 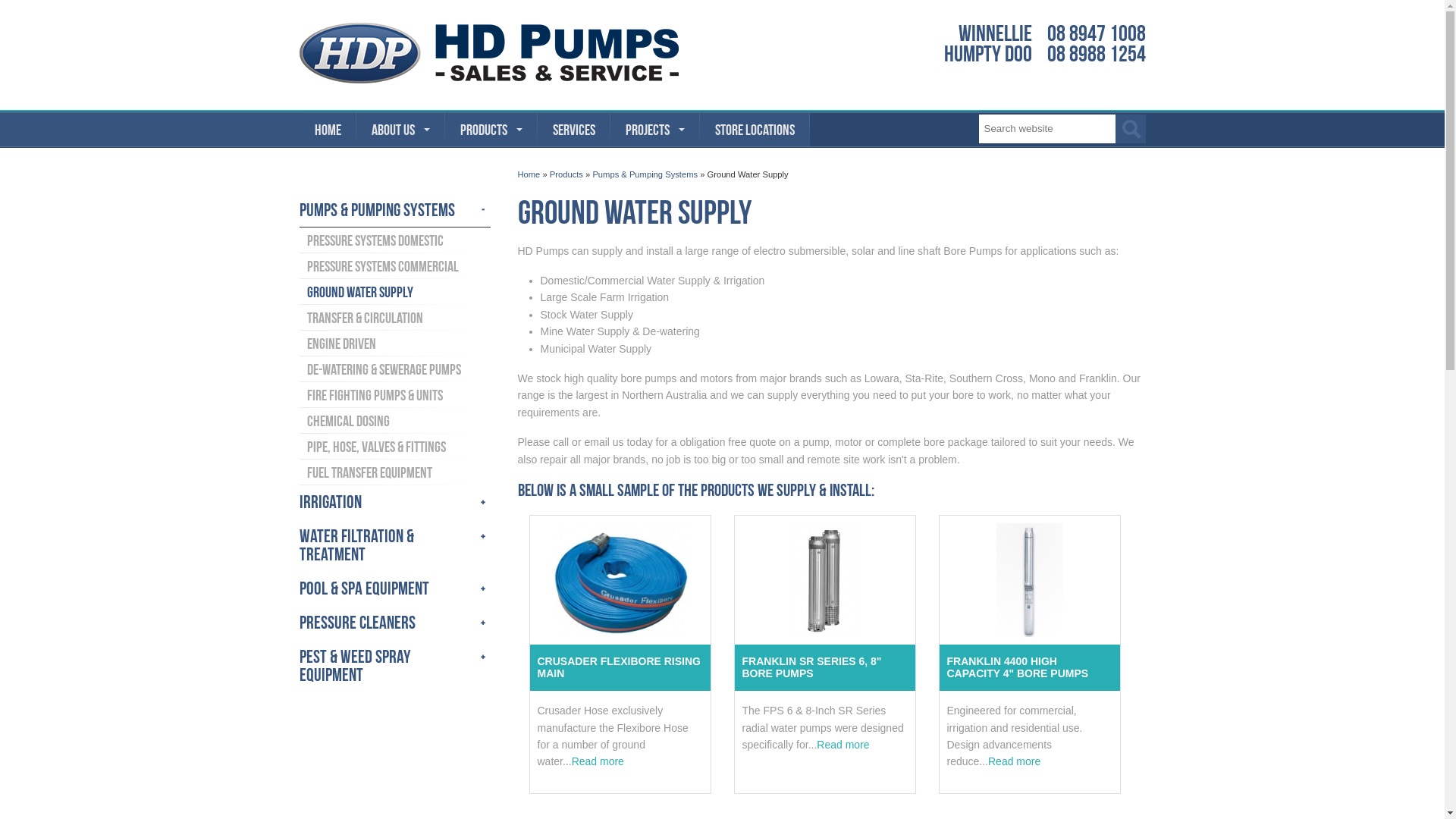 What do you see at coordinates (400, 128) in the screenshot?
I see `'ABOUT US'` at bounding box center [400, 128].